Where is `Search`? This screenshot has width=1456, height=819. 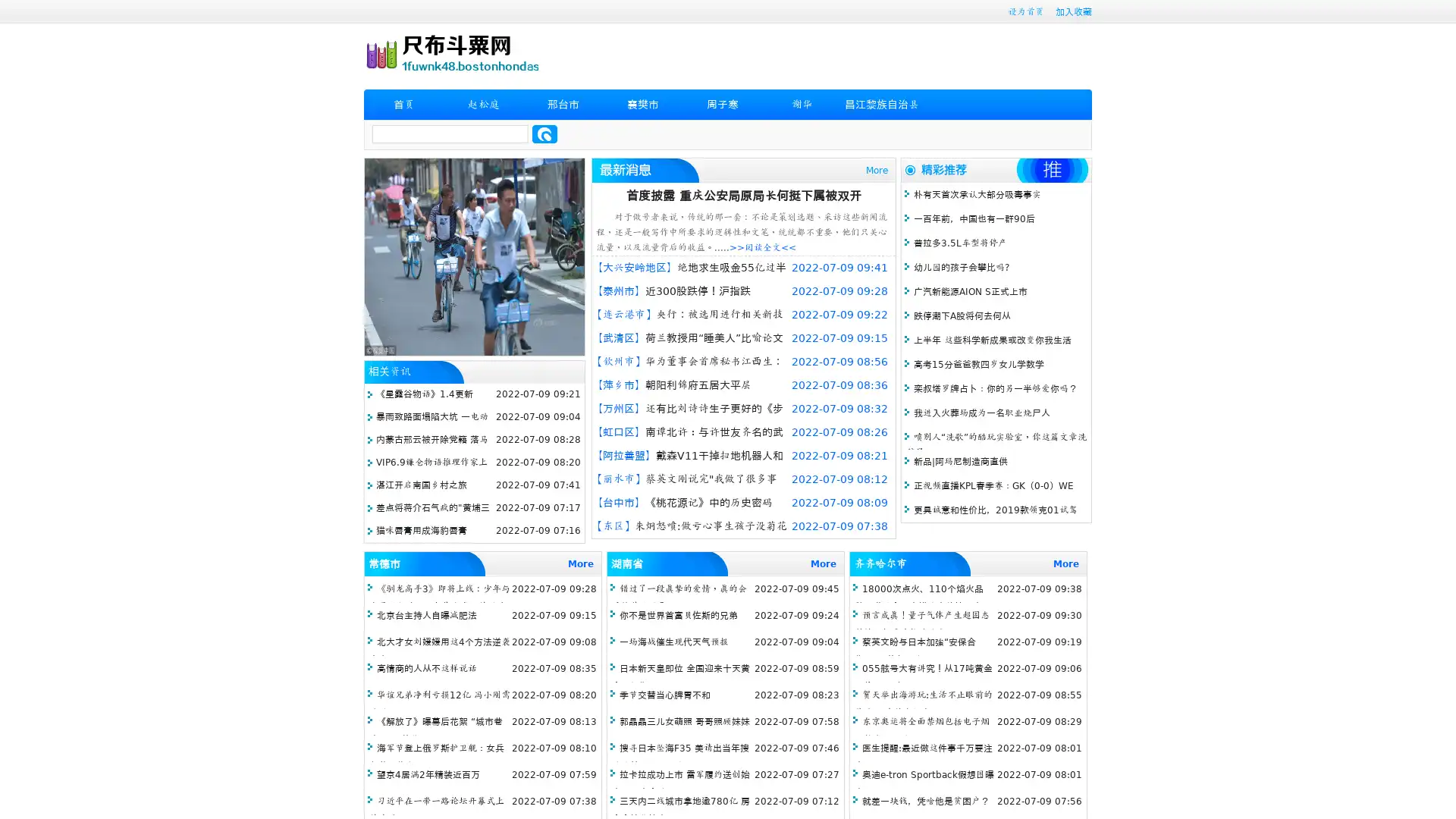 Search is located at coordinates (544, 133).